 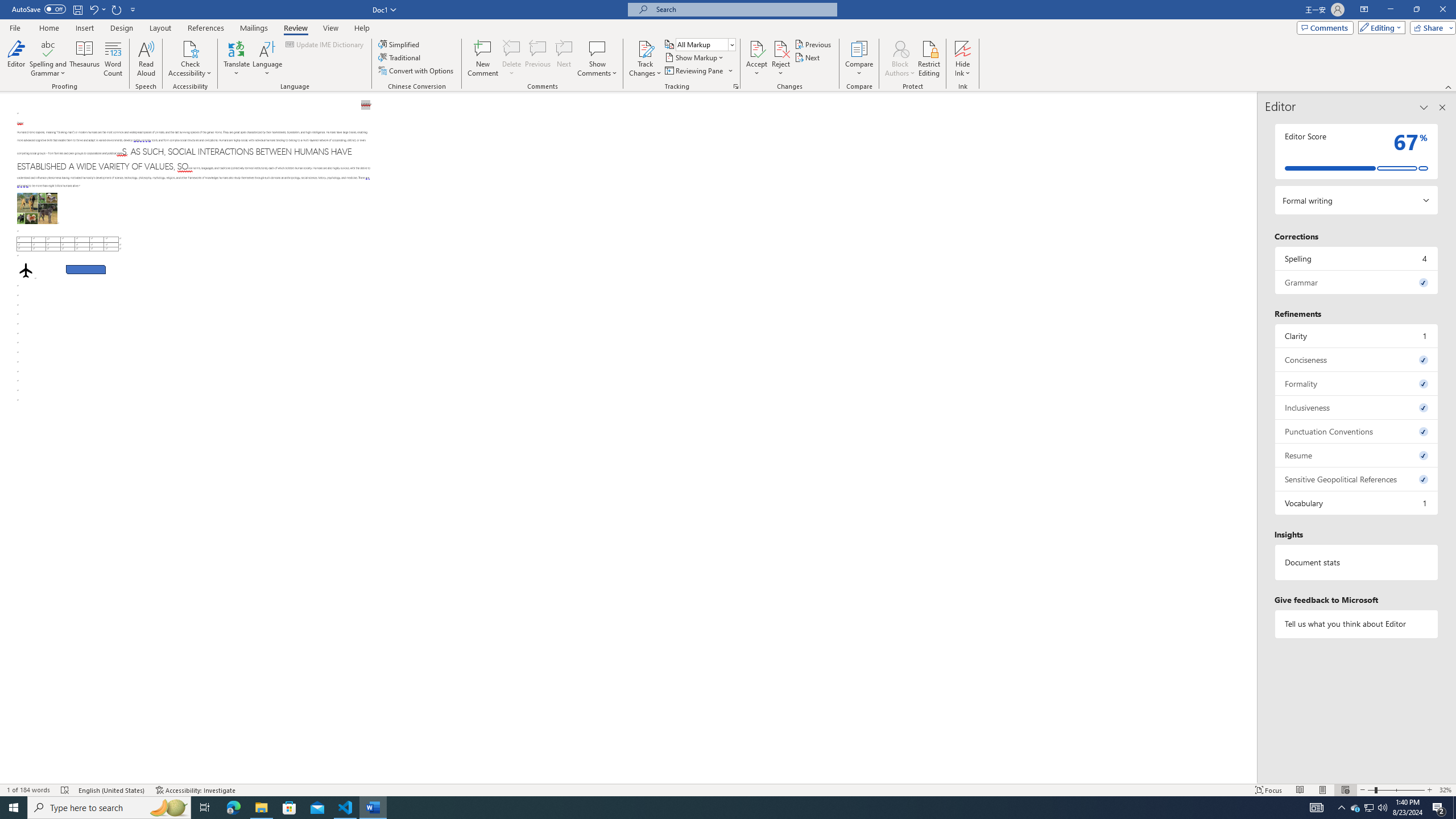 What do you see at coordinates (267, 59) in the screenshot?
I see `'Language'` at bounding box center [267, 59].